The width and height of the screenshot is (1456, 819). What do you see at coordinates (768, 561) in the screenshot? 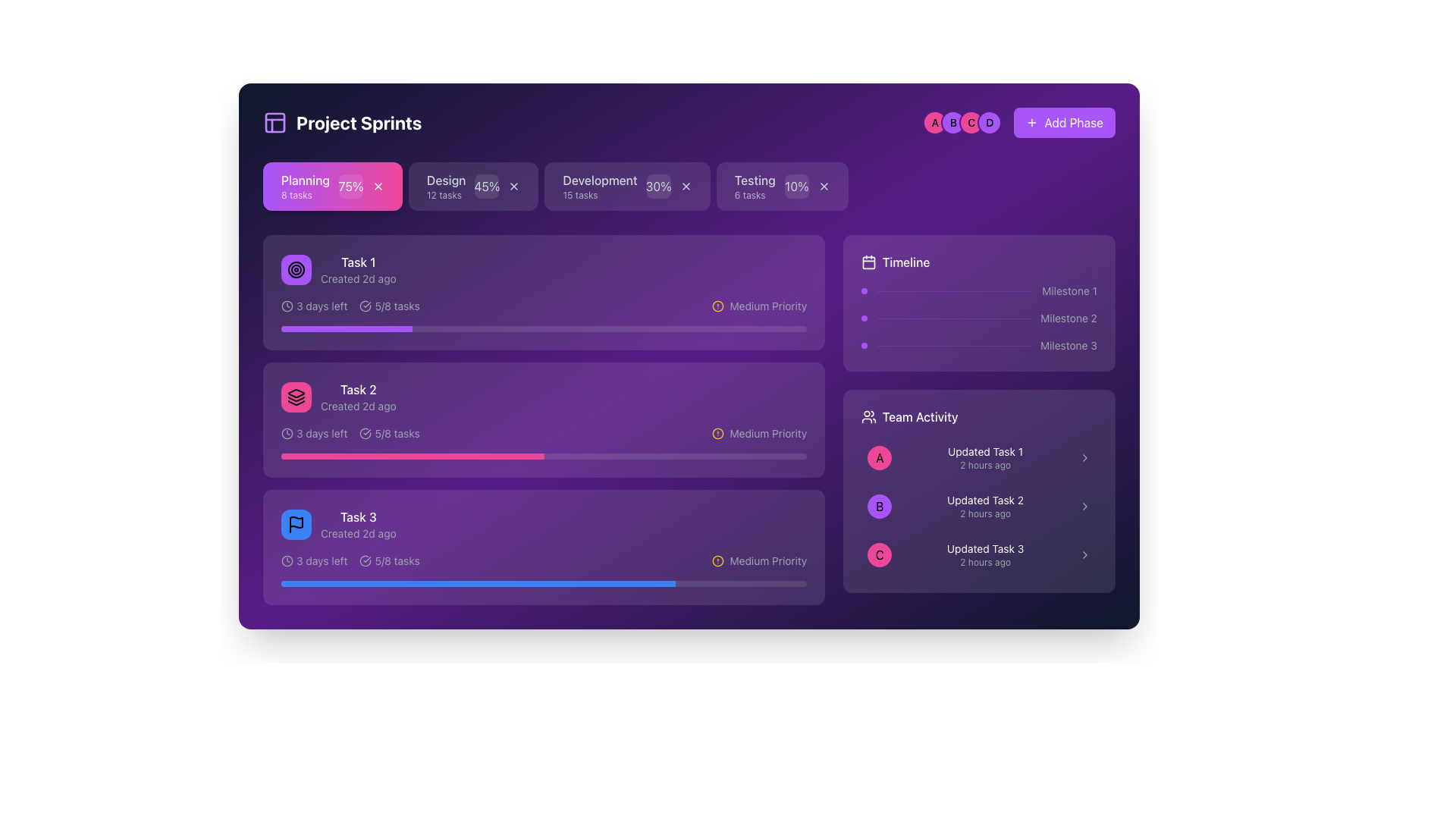
I see `the 'Medium Priority' text label that indicates the associated task's medium priority, located to the right of the third task's progress bar in the project management interface` at bounding box center [768, 561].